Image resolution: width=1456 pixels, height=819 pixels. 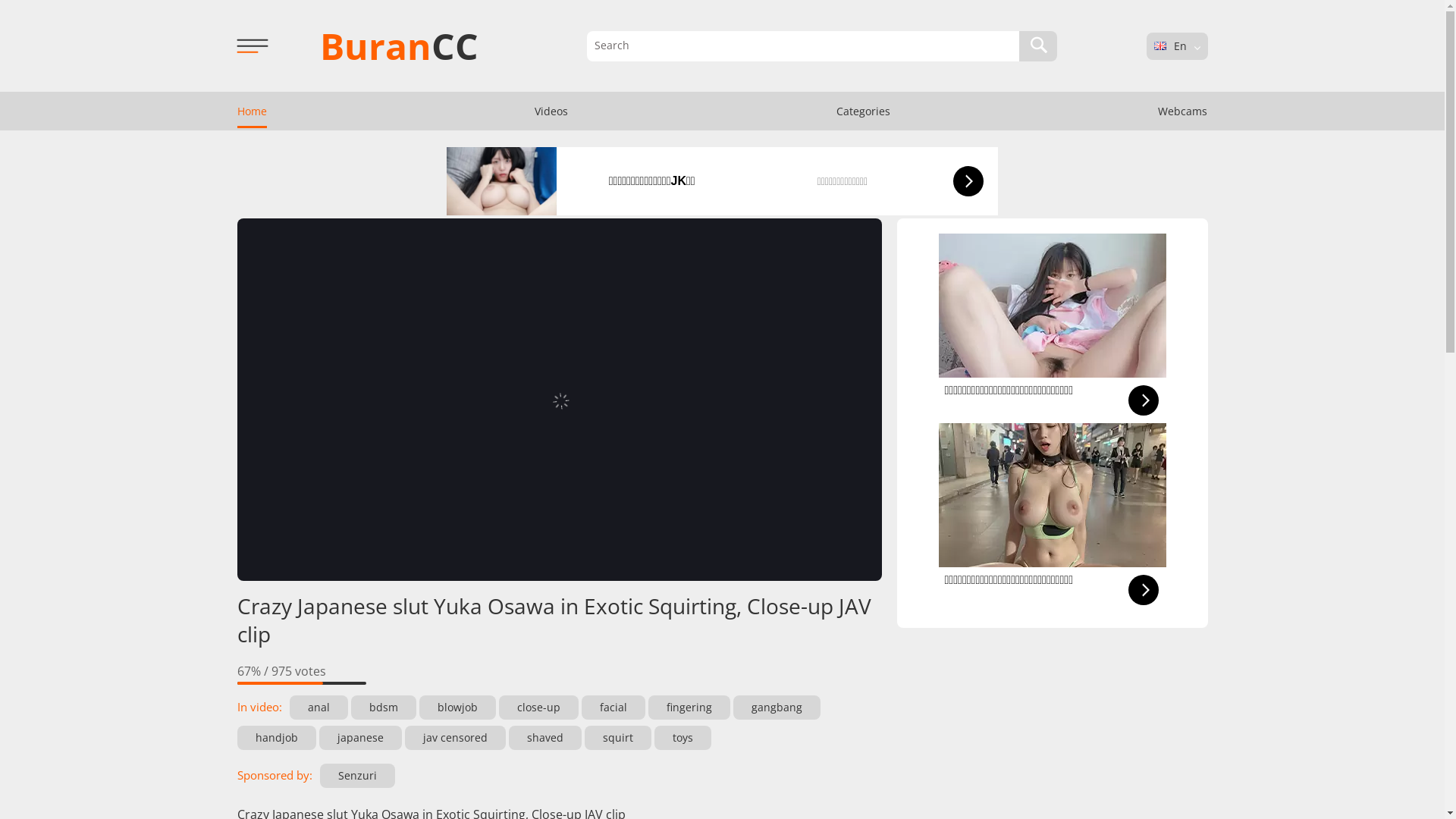 I want to click on 'close-up', so click(x=538, y=708).